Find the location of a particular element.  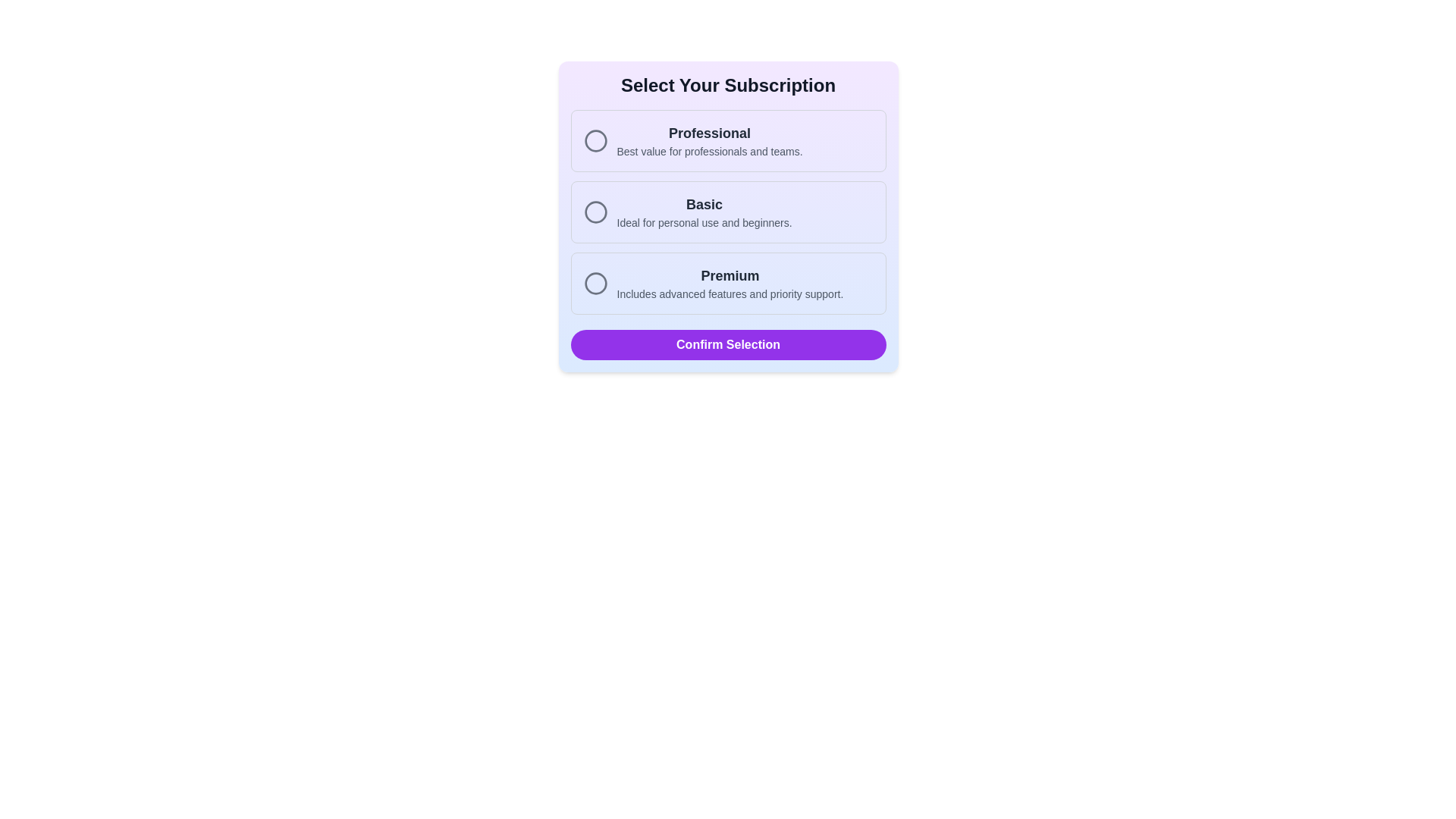

the 'Basic' subscription plan option in the interactive list is located at coordinates (728, 212).